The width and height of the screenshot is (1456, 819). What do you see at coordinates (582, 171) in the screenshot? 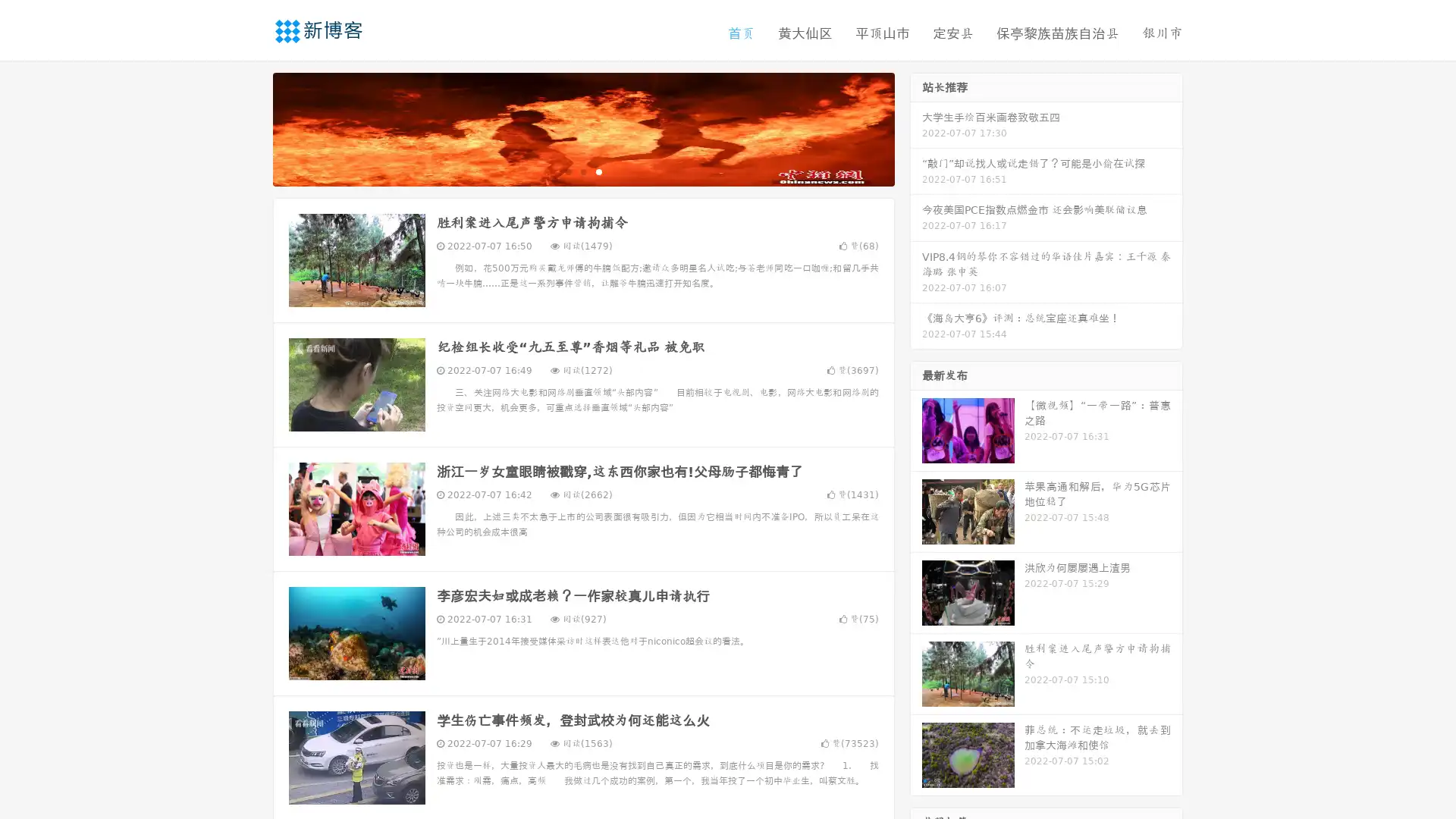
I see `Go to slide 2` at bounding box center [582, 171].